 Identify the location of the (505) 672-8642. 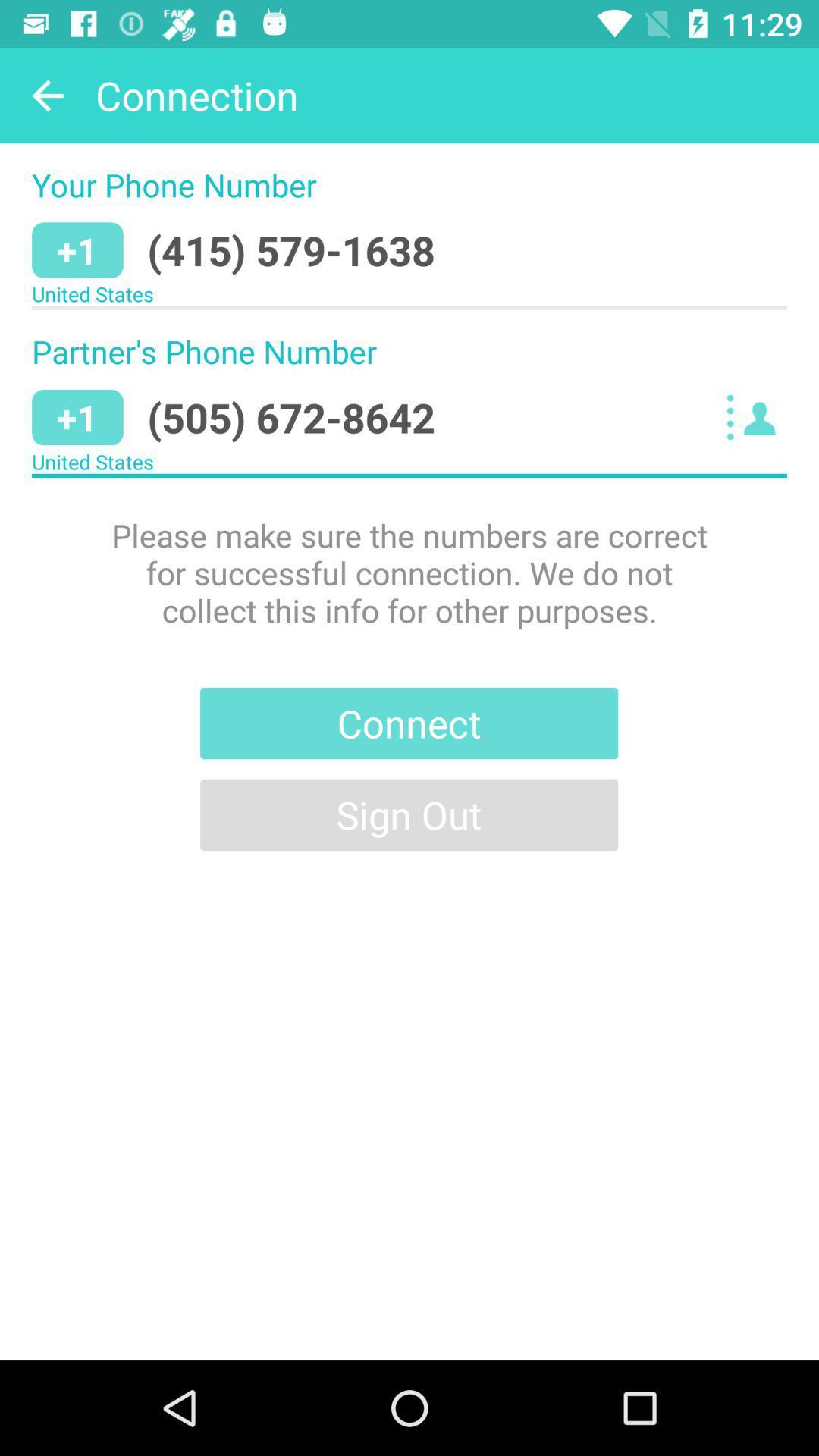
(291, 417).